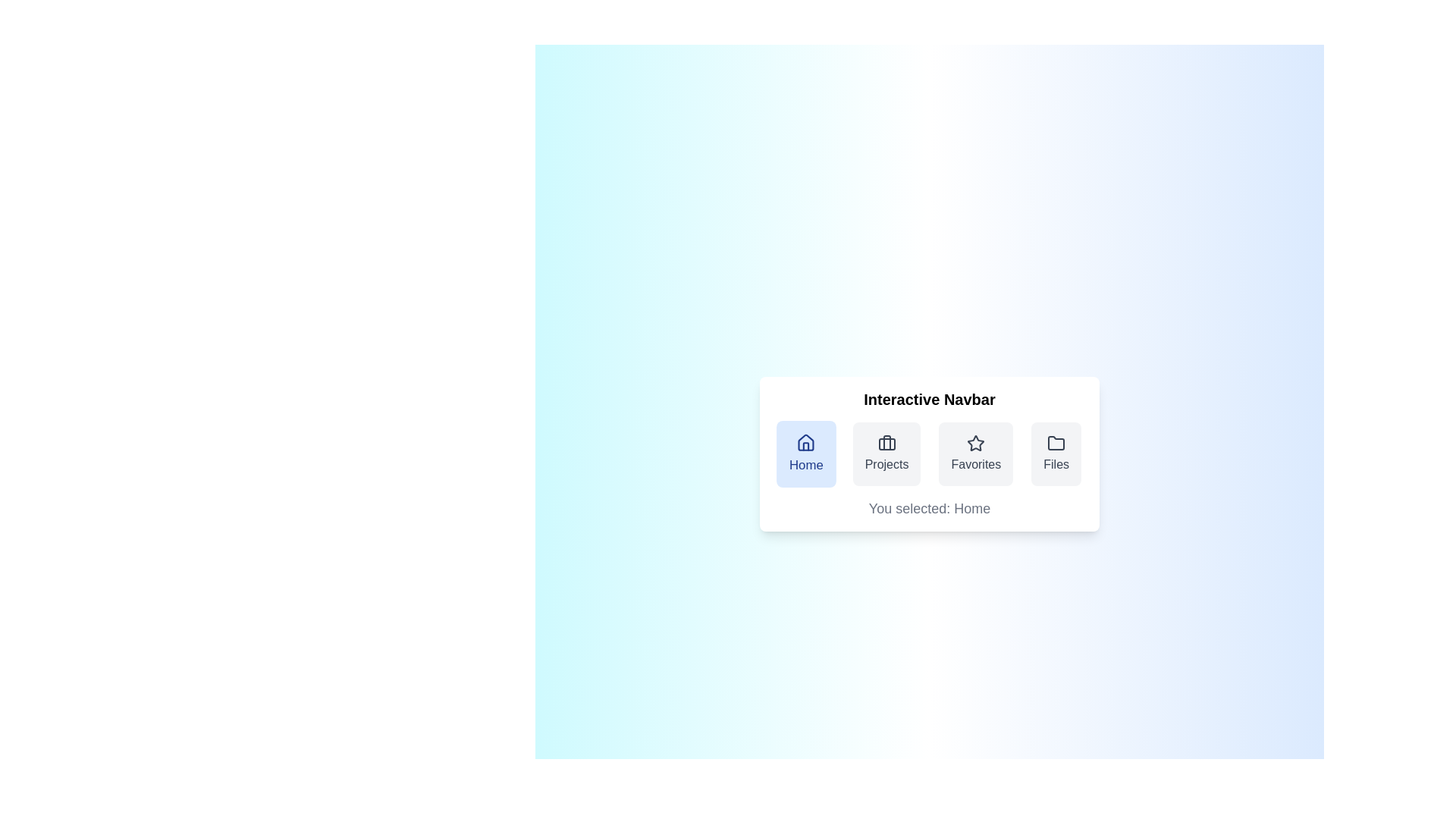 This screenshot has width=1456, height=819. What do you see at coordinates (805, 453) in the screenshot?
I see `the navigation item Home to observe the visual feedback` at bounding box center [805, 453].